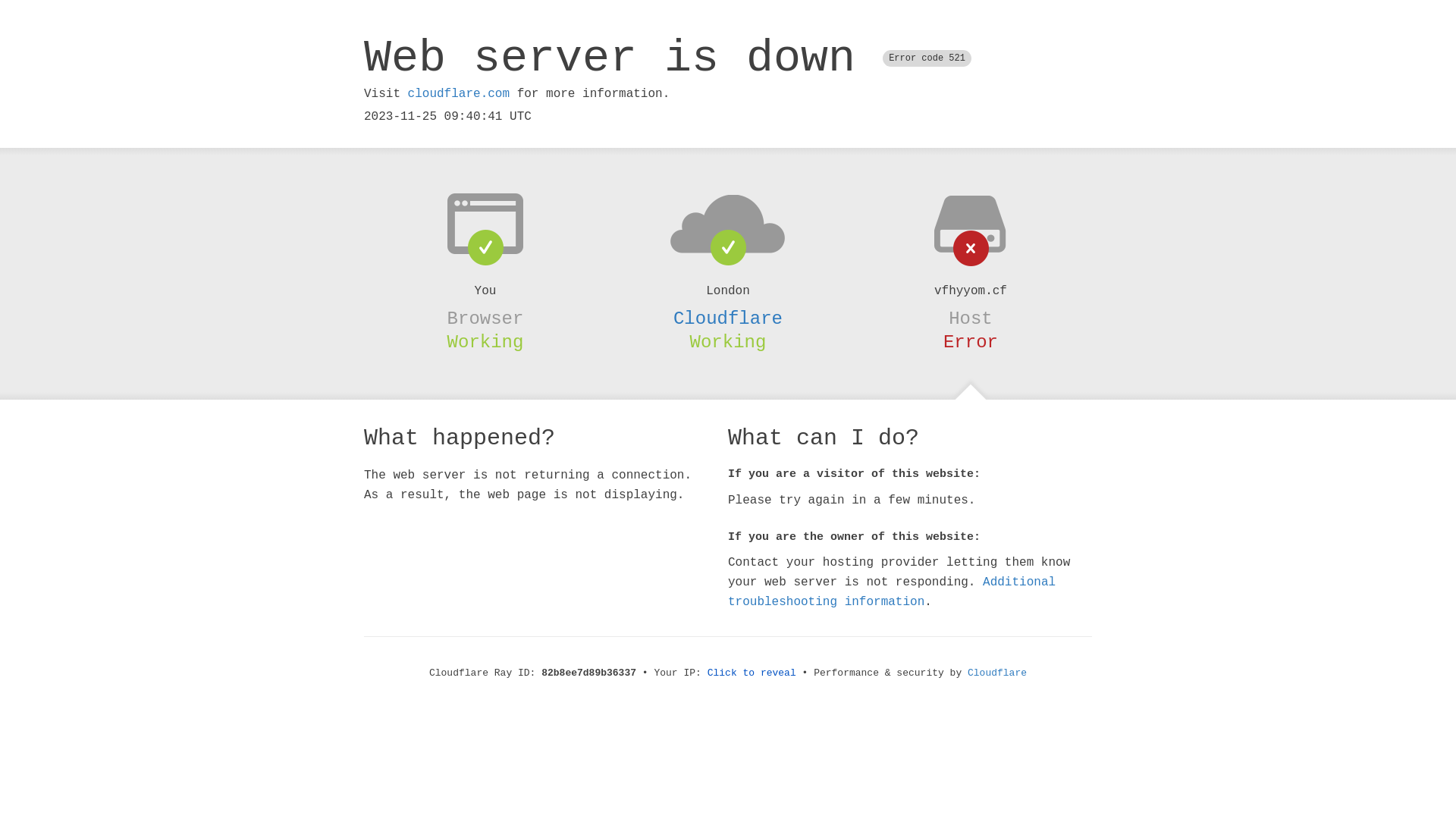 The width and height of the screenshot is (1456, 819). I want to click on 'Cloudflare', so click(997, 672).